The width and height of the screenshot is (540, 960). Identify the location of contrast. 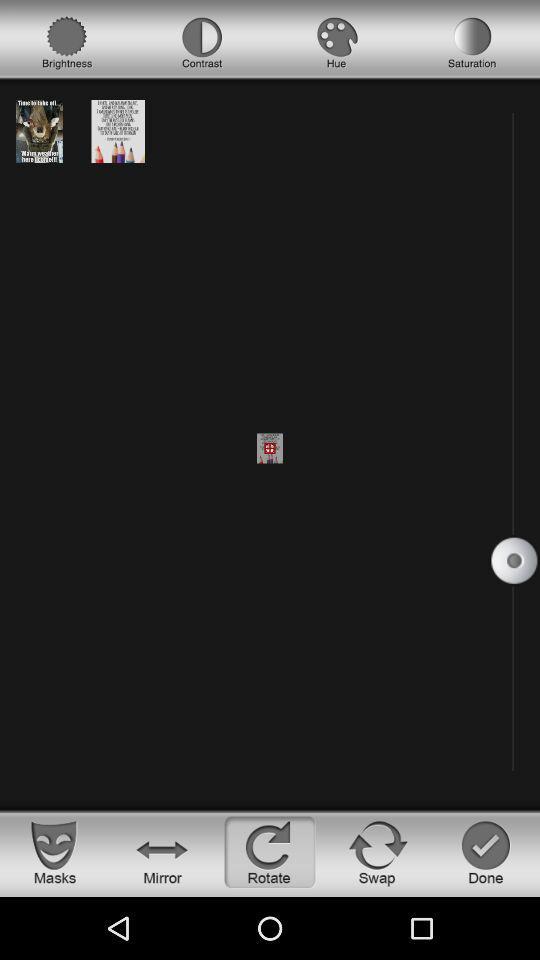
(202, 42).